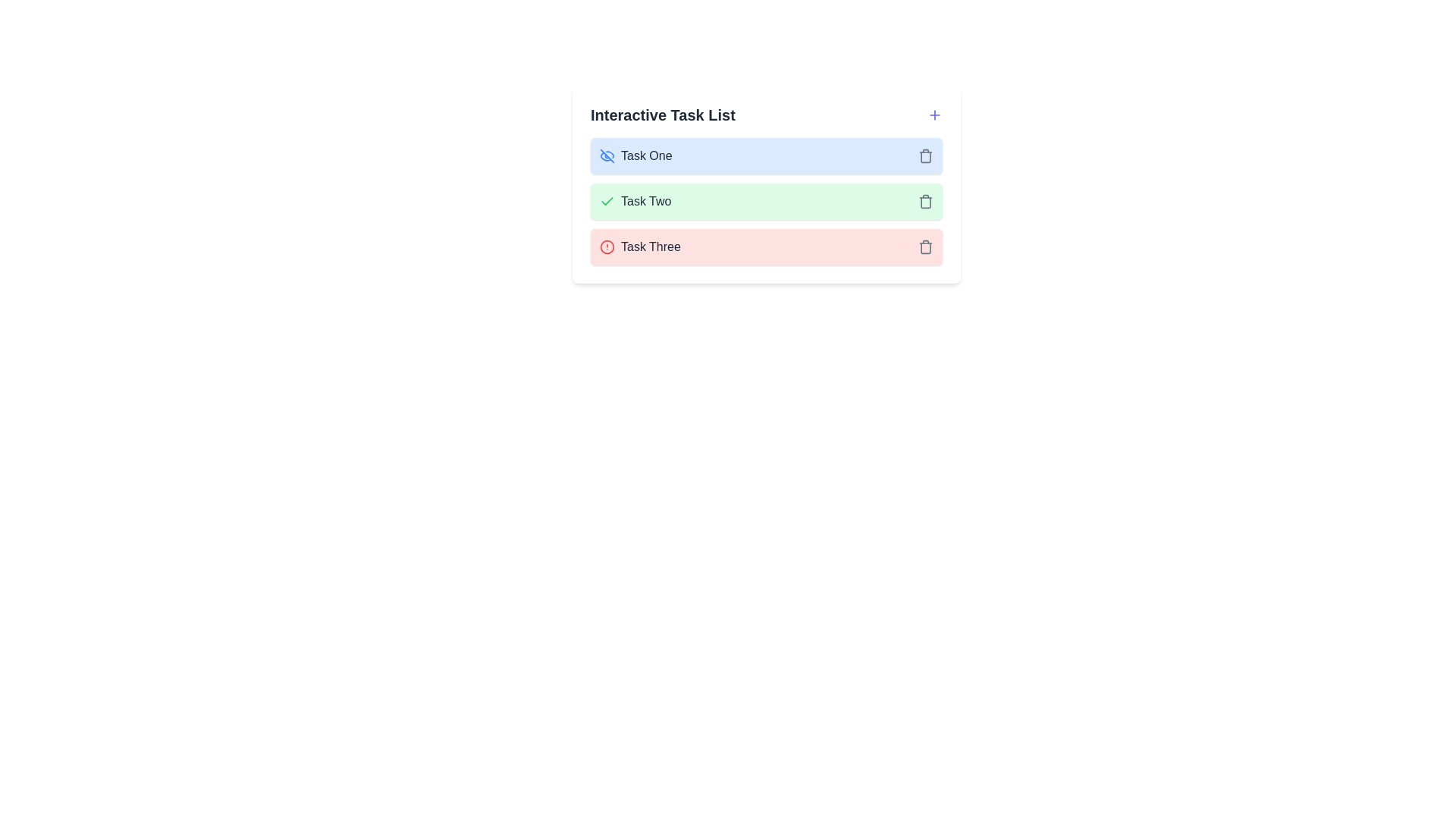 Image resolution: width=1456 pixels, height=819 pixels. Describe the element at coordinates (607, 201) in the screenshot. I see `the completion icon for 'Task Two', which is located at the top-left within the green rectangle, adjacent to the title text 'Task Two'` at that location.